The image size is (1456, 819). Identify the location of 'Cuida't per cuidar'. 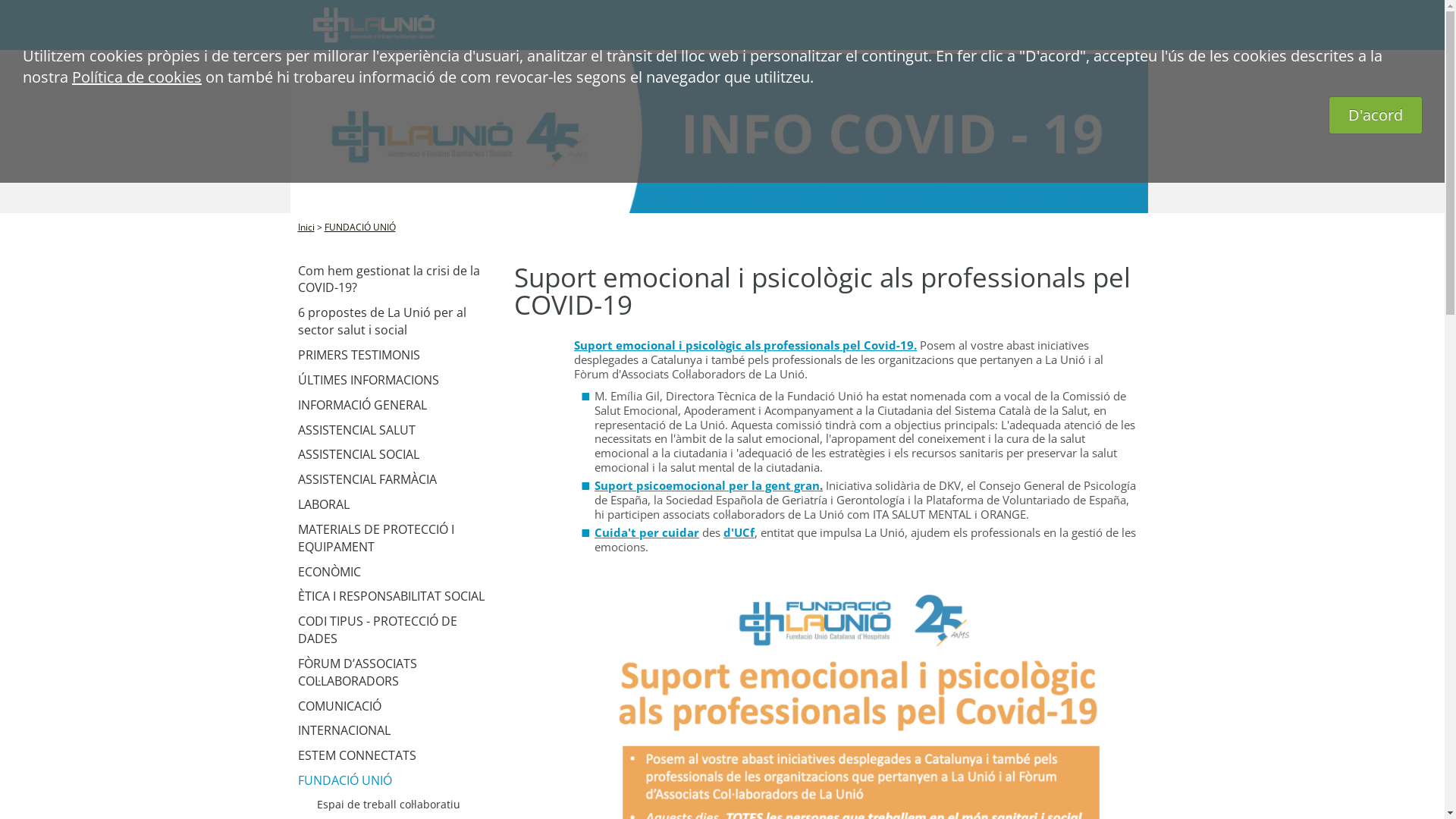
(647, 532).